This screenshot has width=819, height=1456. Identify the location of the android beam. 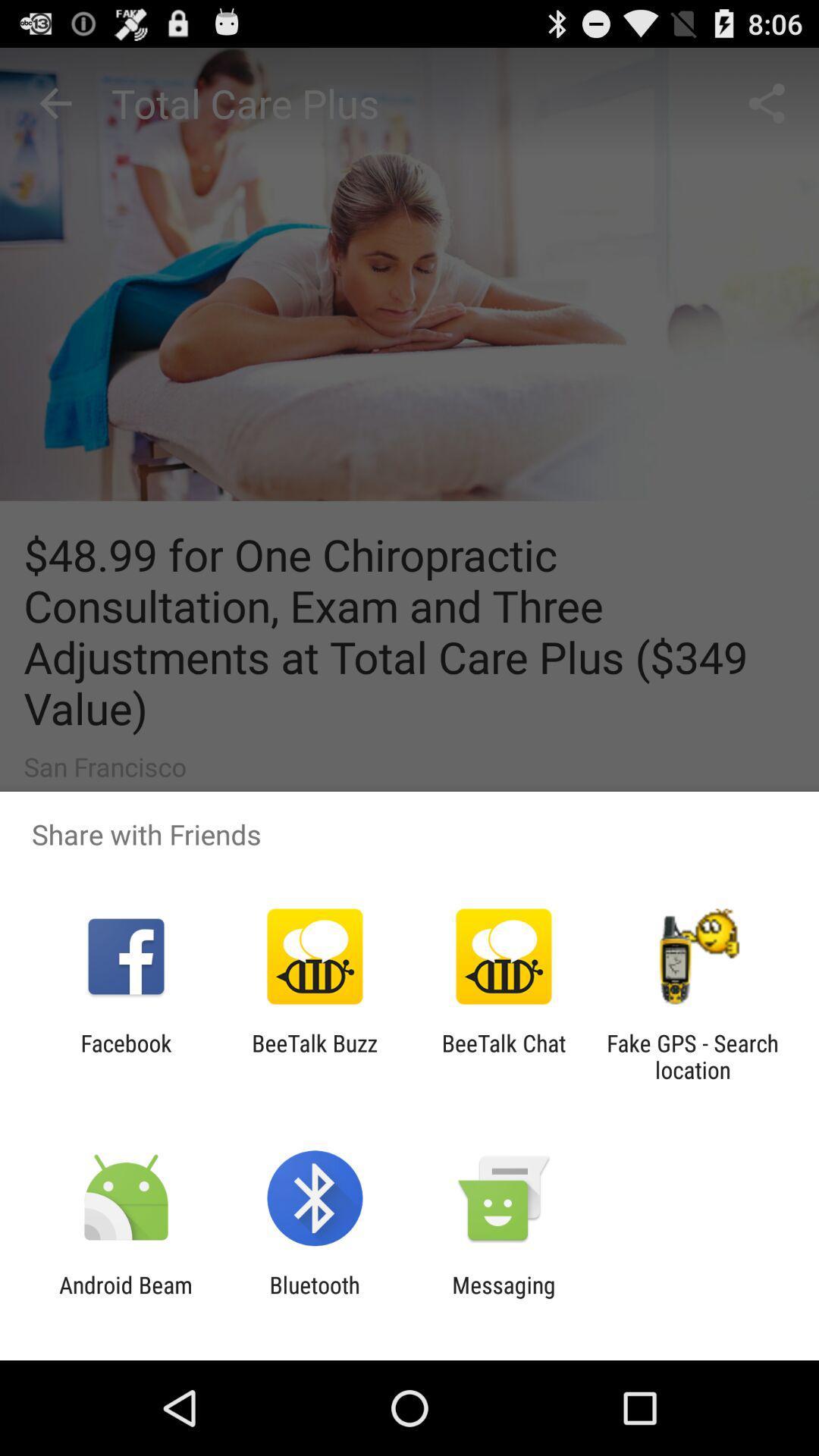
(125, 1298).